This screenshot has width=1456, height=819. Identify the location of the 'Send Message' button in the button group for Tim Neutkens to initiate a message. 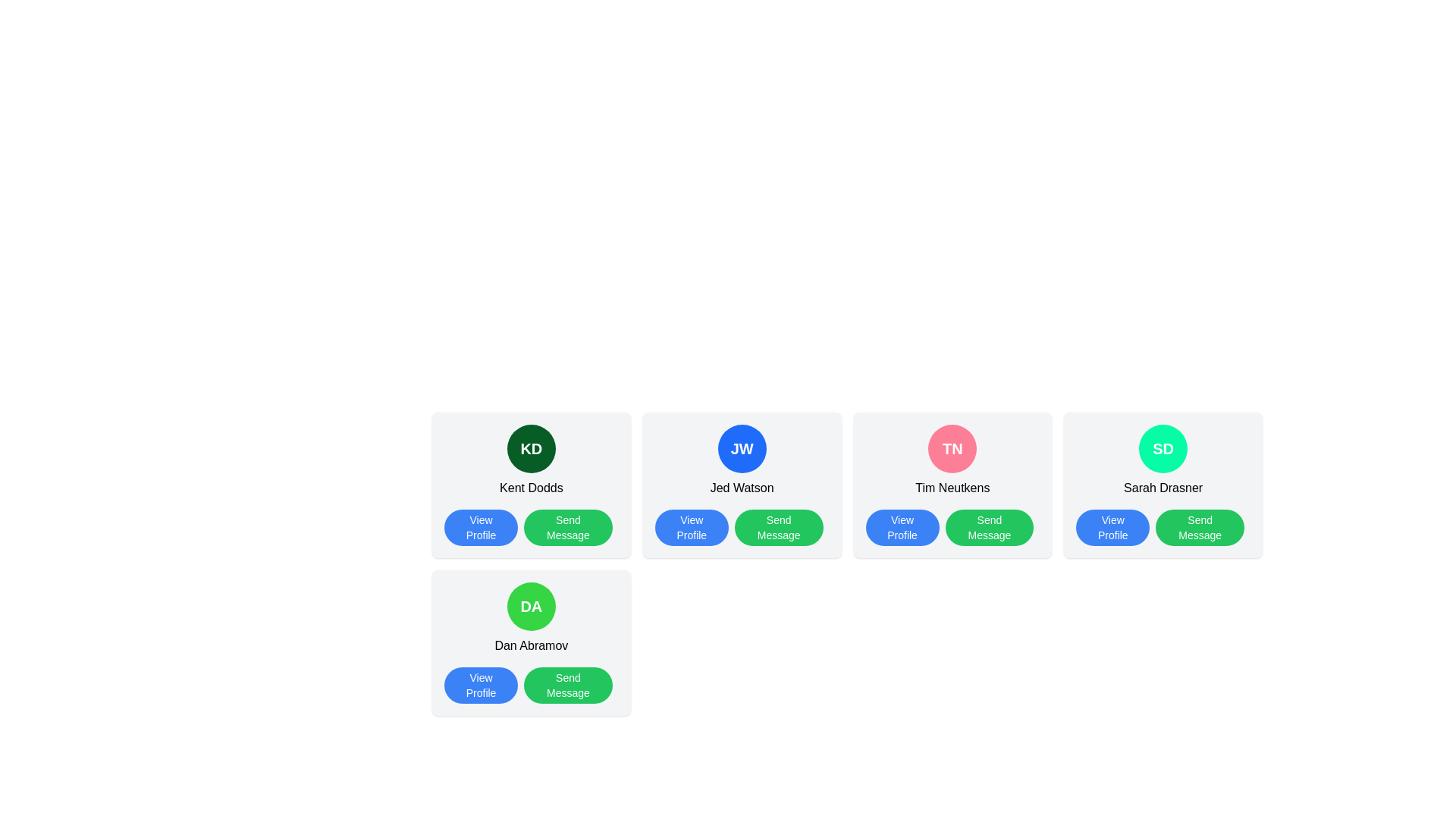
(952, 526).